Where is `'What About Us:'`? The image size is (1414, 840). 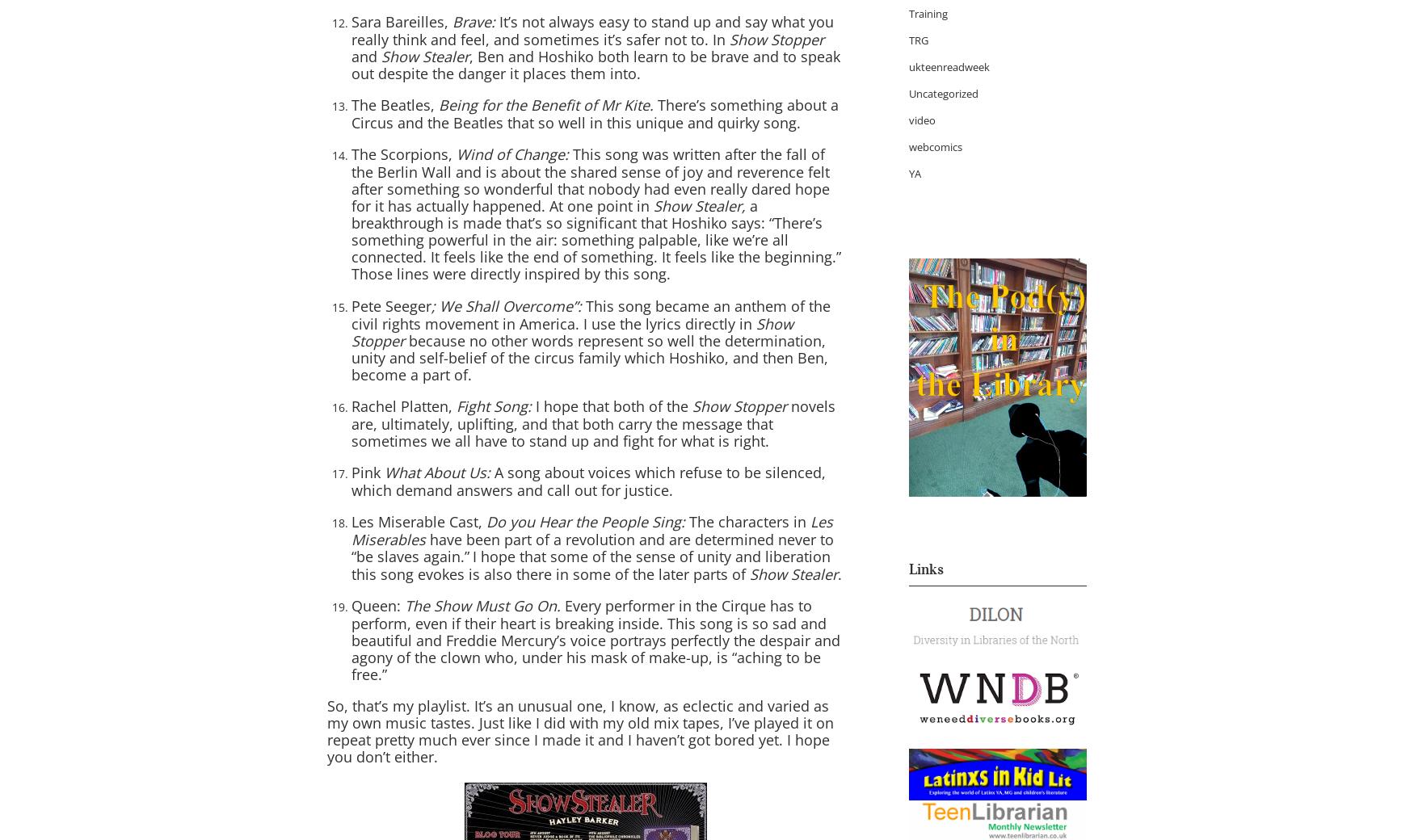
'What About Us:' is located at coordinates (439, 472).